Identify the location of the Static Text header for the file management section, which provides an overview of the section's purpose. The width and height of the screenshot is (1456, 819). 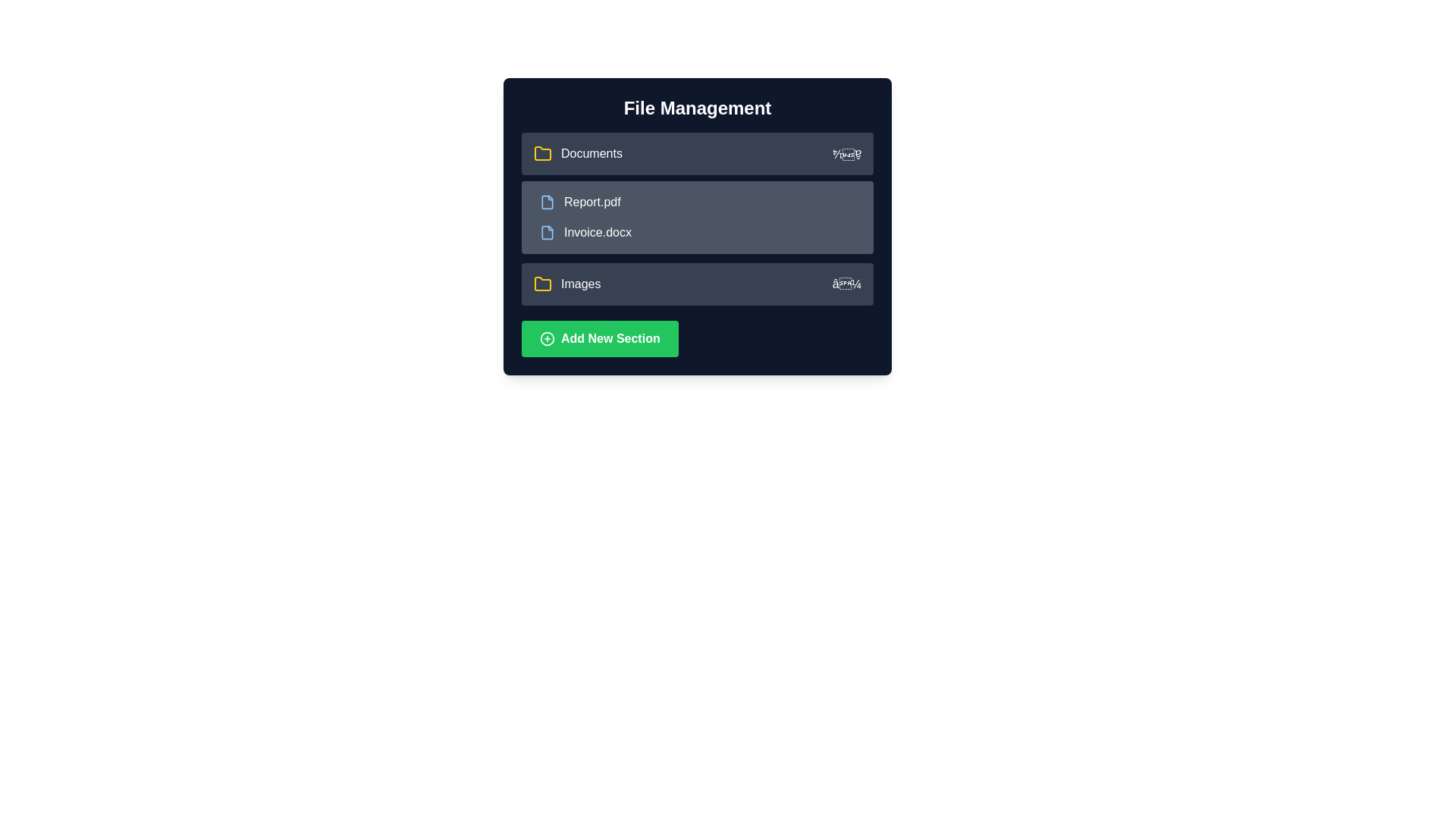
(697, 107).